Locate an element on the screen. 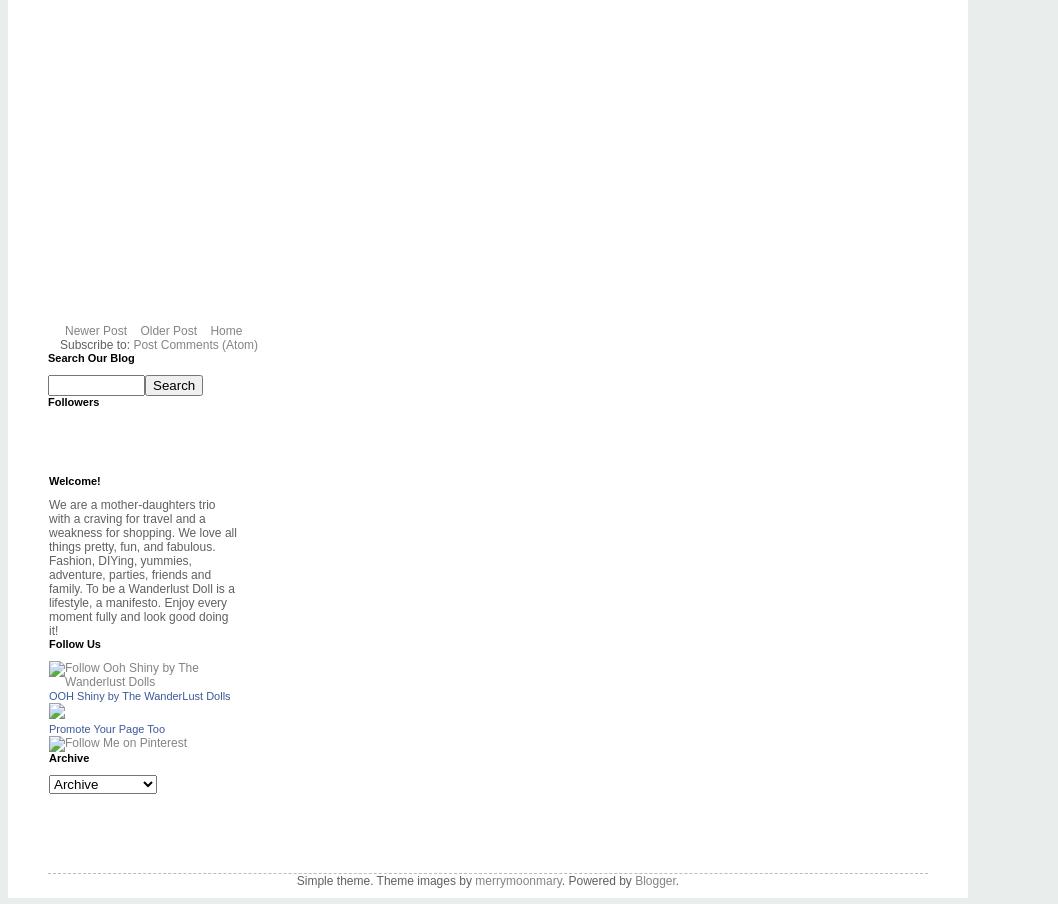  'Simple theme. Theme images by' is located at coordinates (385, 880).